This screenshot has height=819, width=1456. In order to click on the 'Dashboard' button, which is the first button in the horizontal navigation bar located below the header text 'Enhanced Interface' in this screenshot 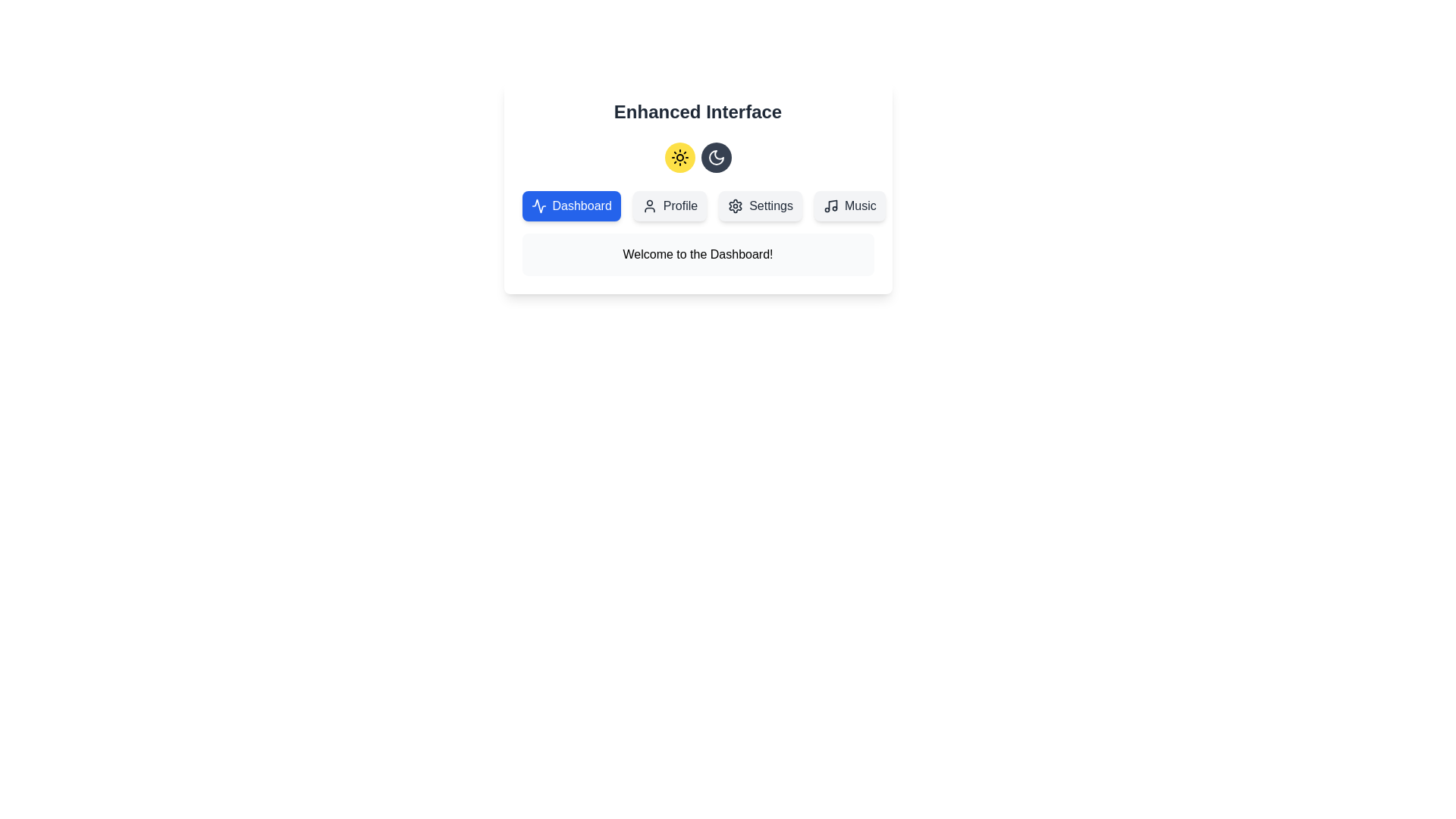, I will do `click(538, 206)`.